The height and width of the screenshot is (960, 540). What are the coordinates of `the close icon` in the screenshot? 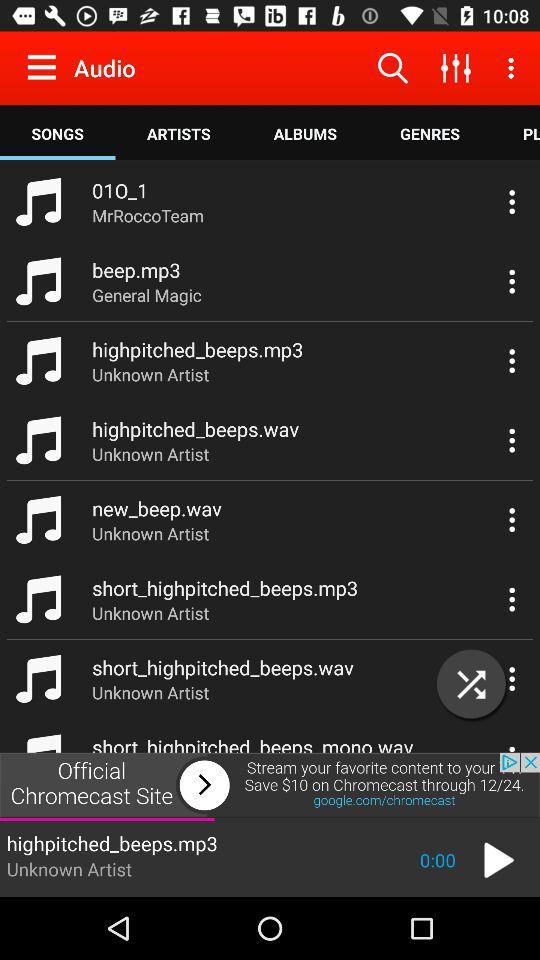 It's located at (471, 684).